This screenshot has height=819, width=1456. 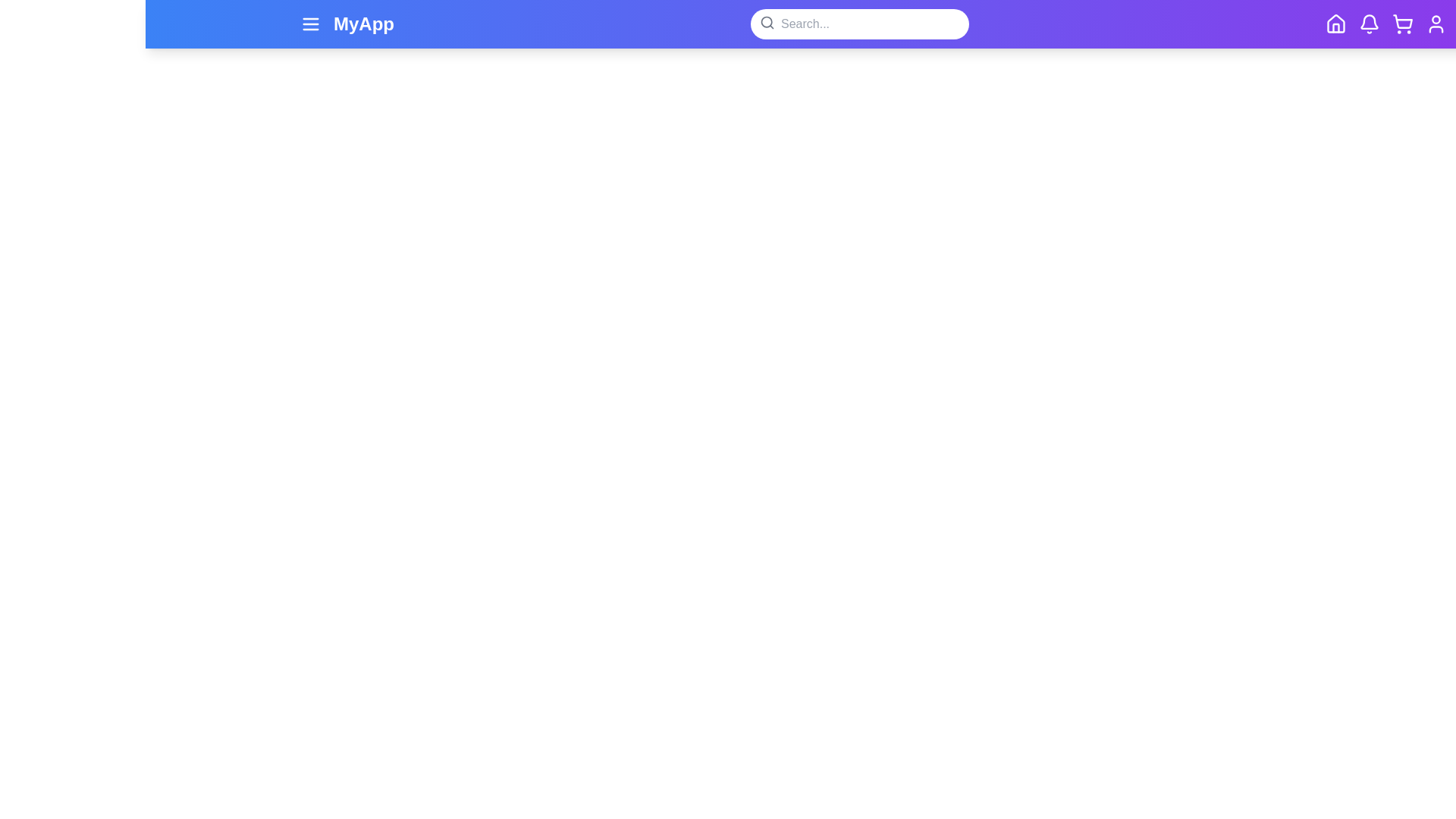 I want to click on the icon with the specified name: menu, so click(x=309, y=24).